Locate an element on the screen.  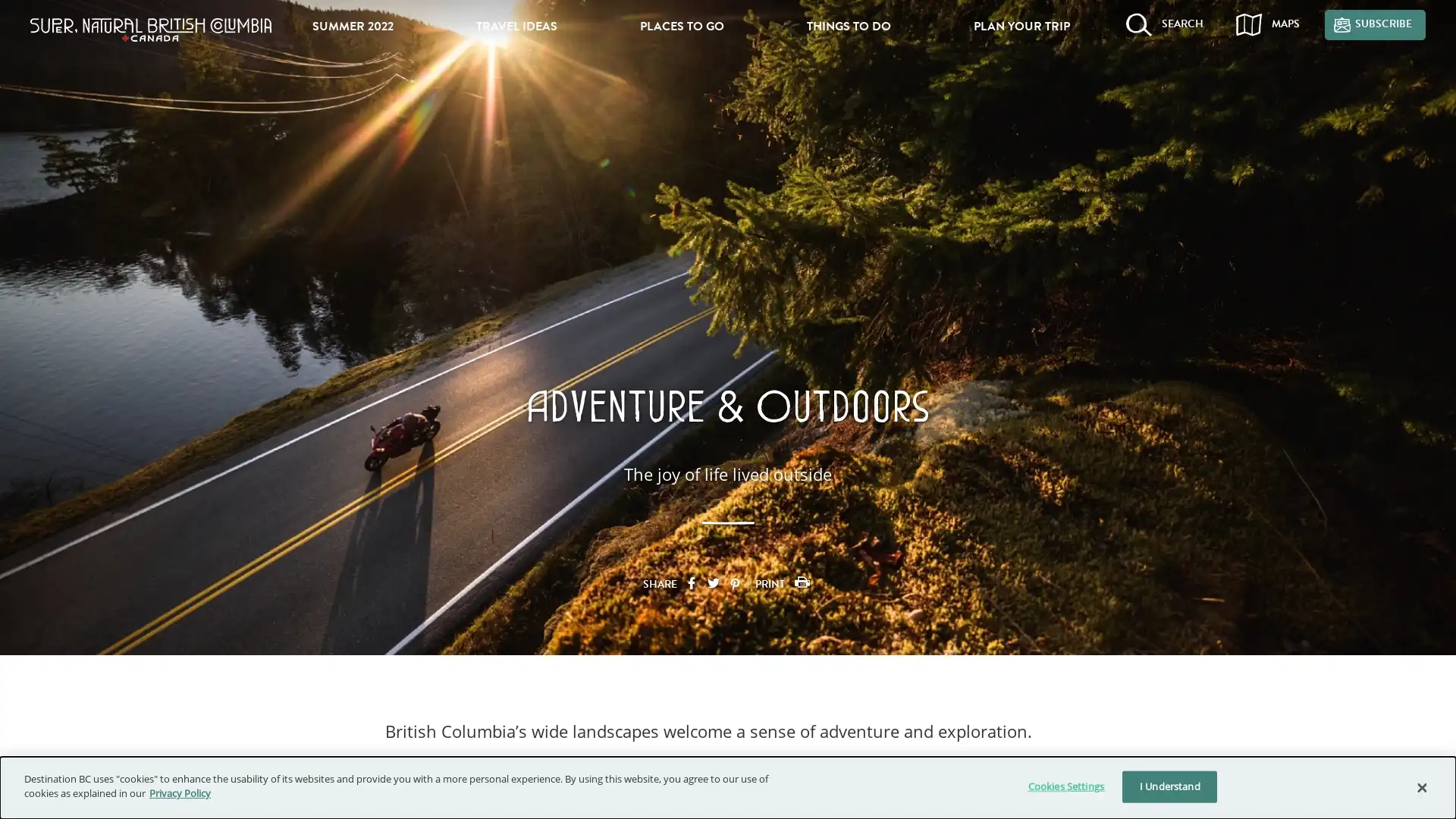
Cookies Settings is located at coordinates (1061, 786).